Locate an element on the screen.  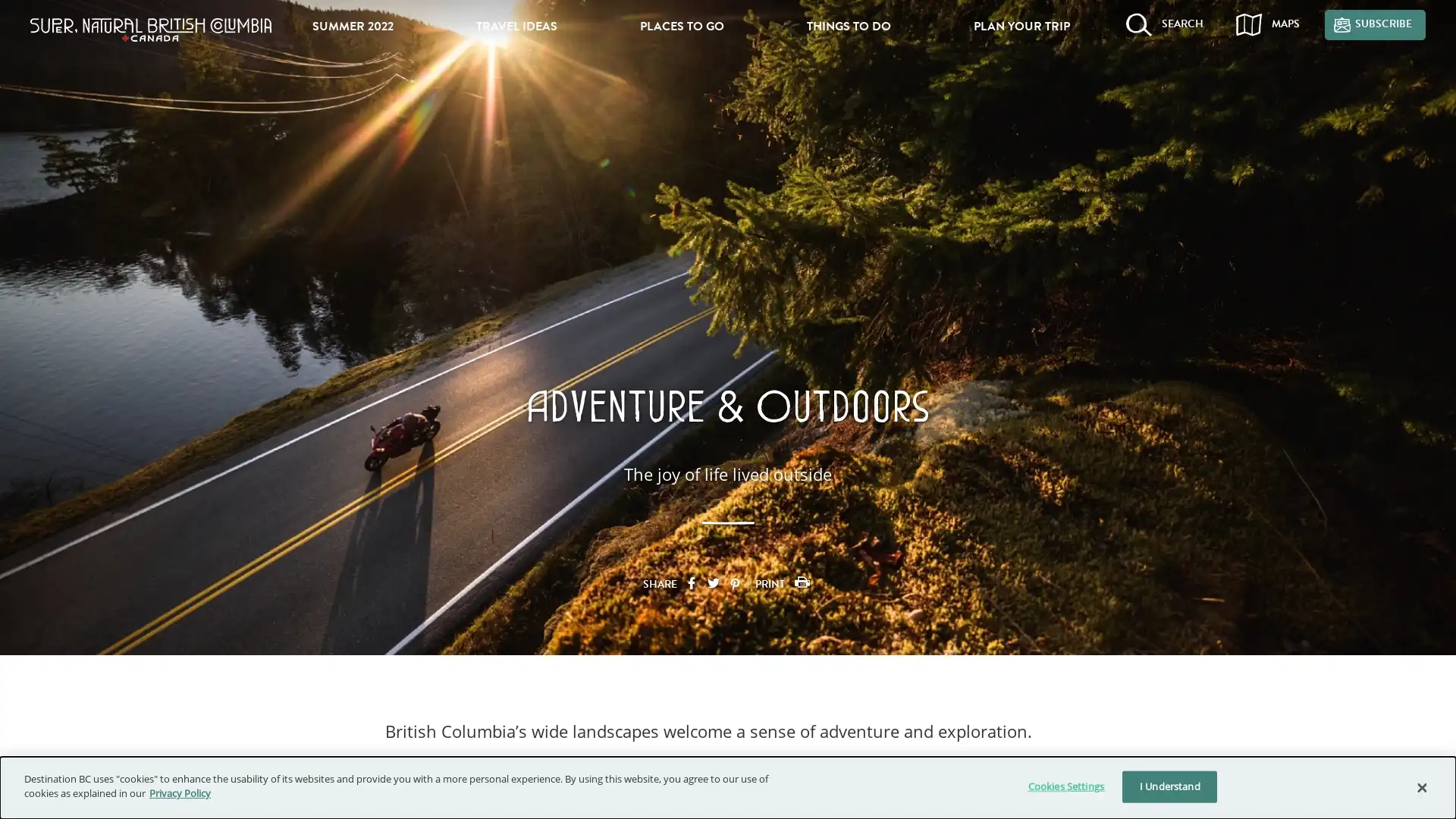
Cookies Settings is located at coordinates (1061, 786).